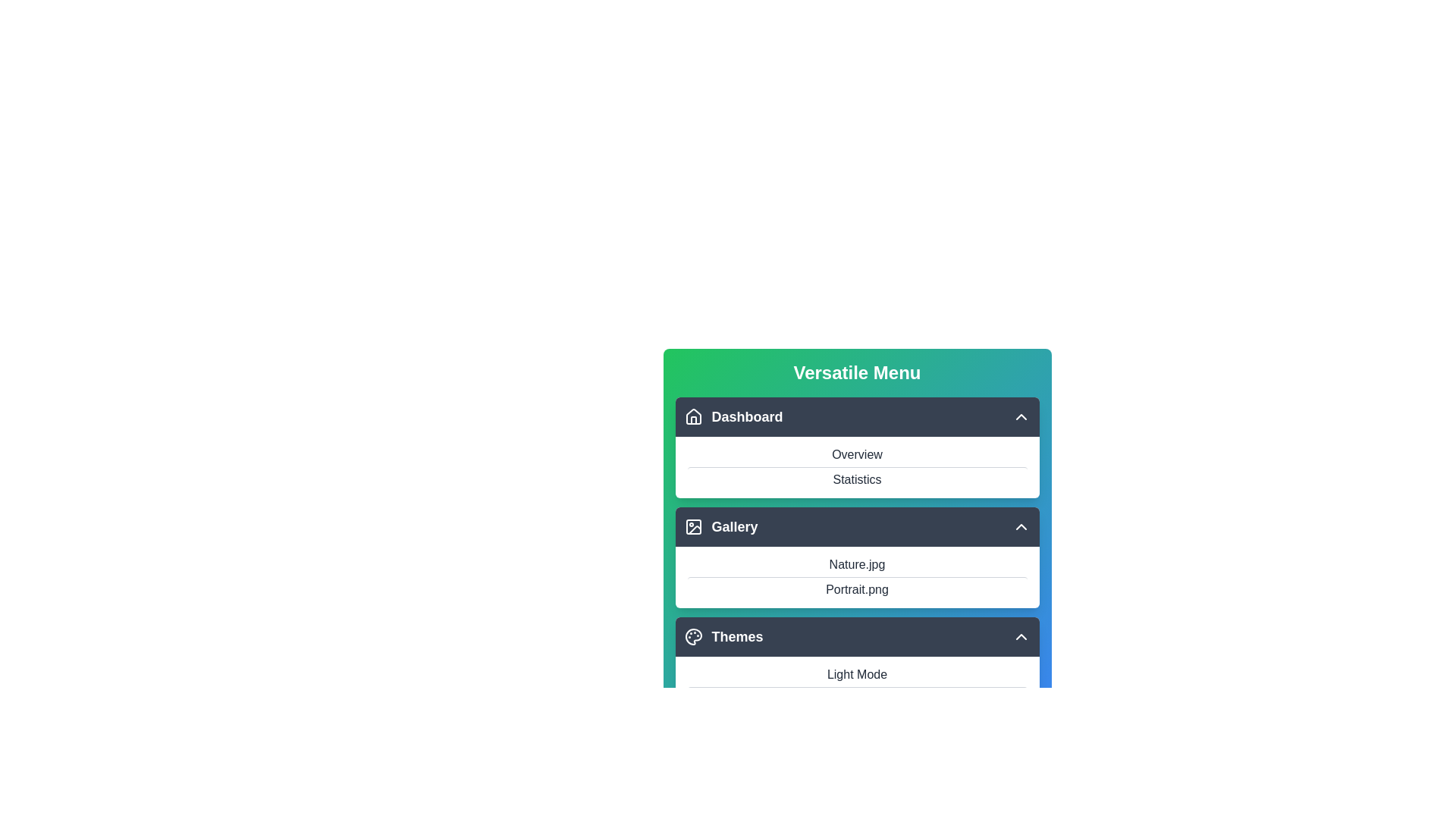 Image resolution: width=1456 pixels, height=819 pixels. What do you see at coordinates (692, 526) in the screenshot?
I see `the icon next to the section title Gallery to toggle its visibility` at bounding box center [692, 526].